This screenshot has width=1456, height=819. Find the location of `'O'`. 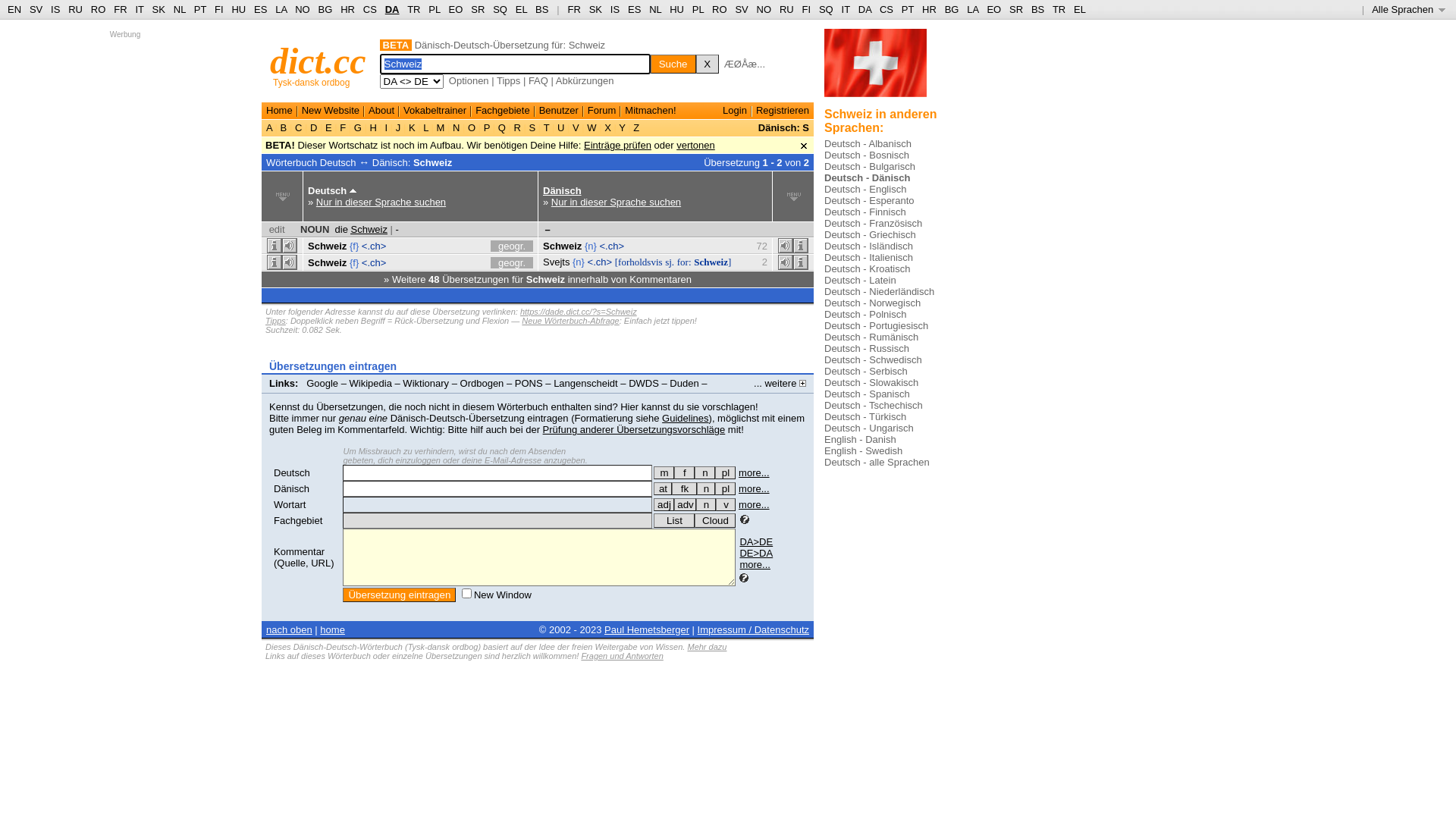

'O' is located at coordinates (470, 127).